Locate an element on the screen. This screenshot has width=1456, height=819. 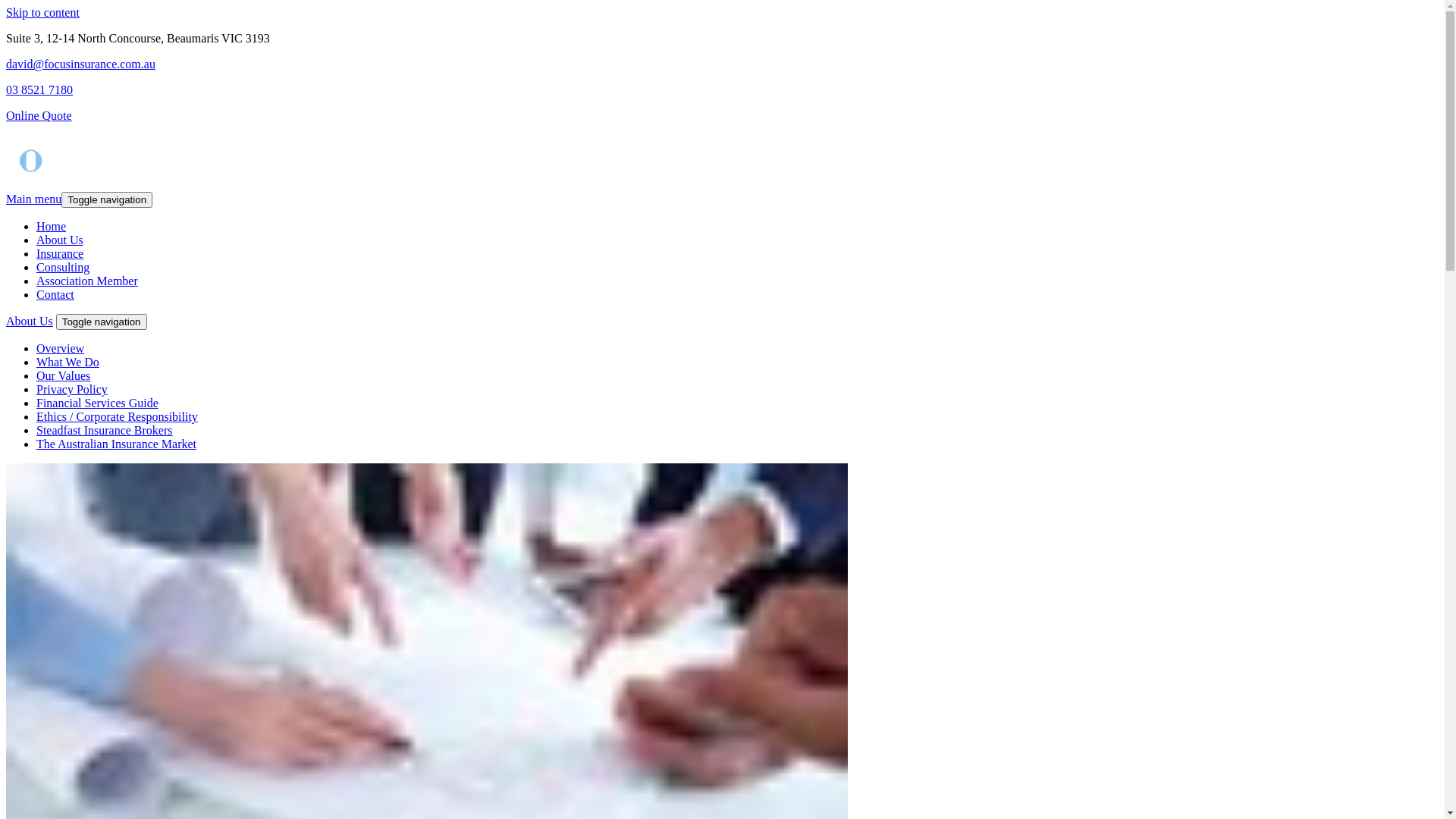
'Online Quote' is located at coordinates (39, 115).